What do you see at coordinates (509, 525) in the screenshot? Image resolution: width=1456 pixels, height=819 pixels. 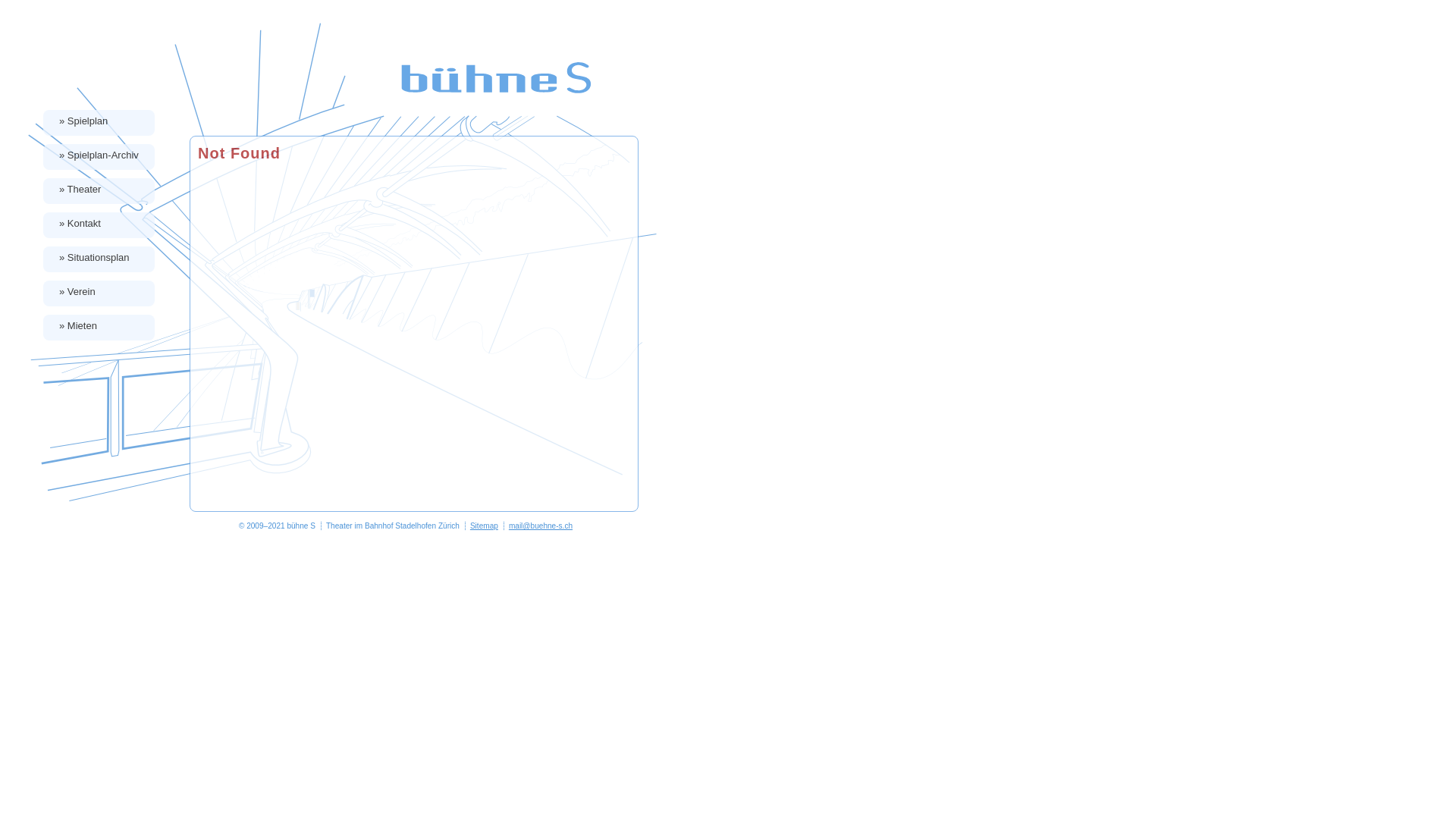 I see `'mail@buehne-s.ch'` at bounding box center [509, 525].